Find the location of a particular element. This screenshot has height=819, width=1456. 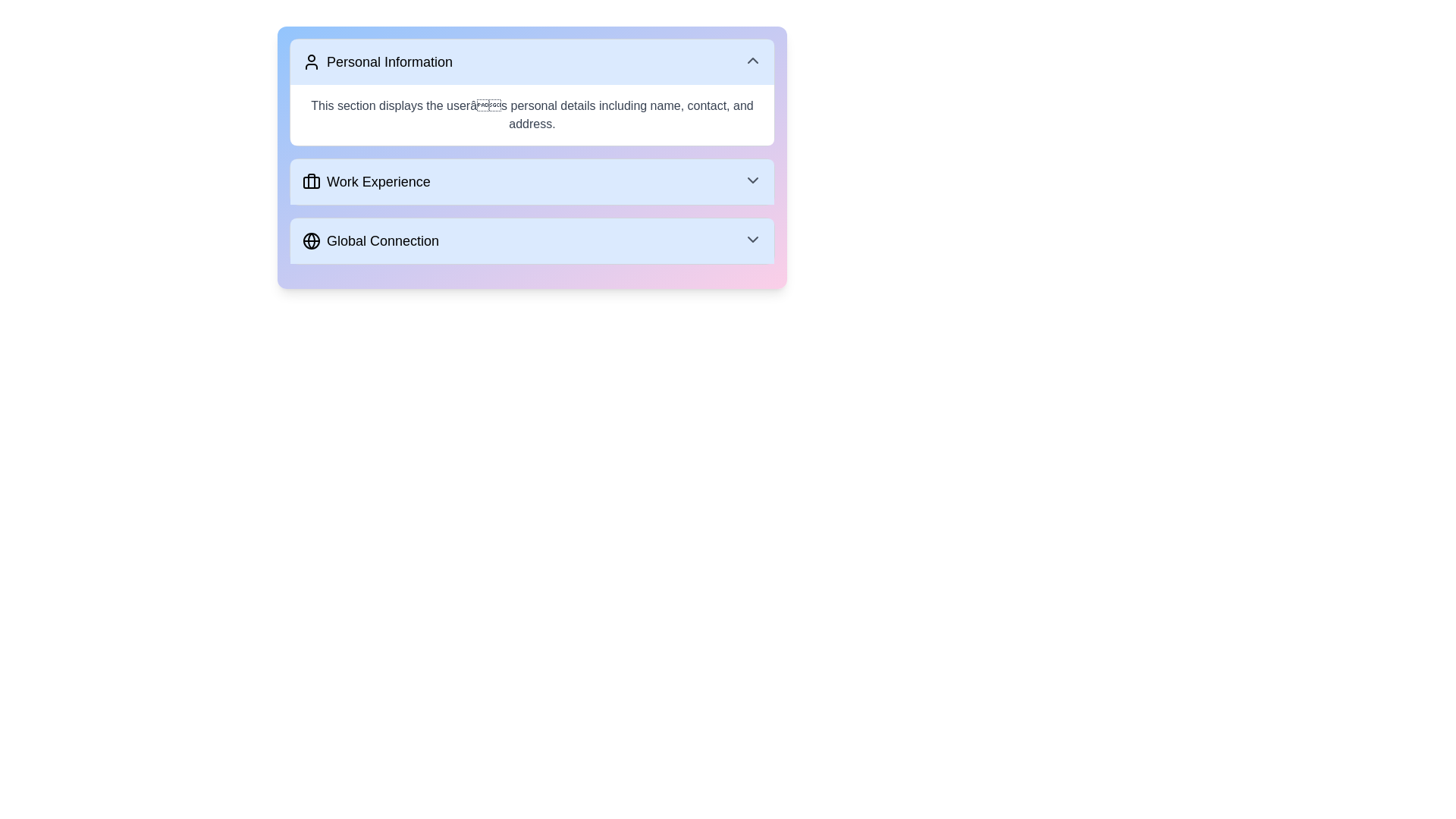

the globe-shaped icon located in the third section of the interface, next to the 'Global Connection' text is located at coordinates (311, 240).